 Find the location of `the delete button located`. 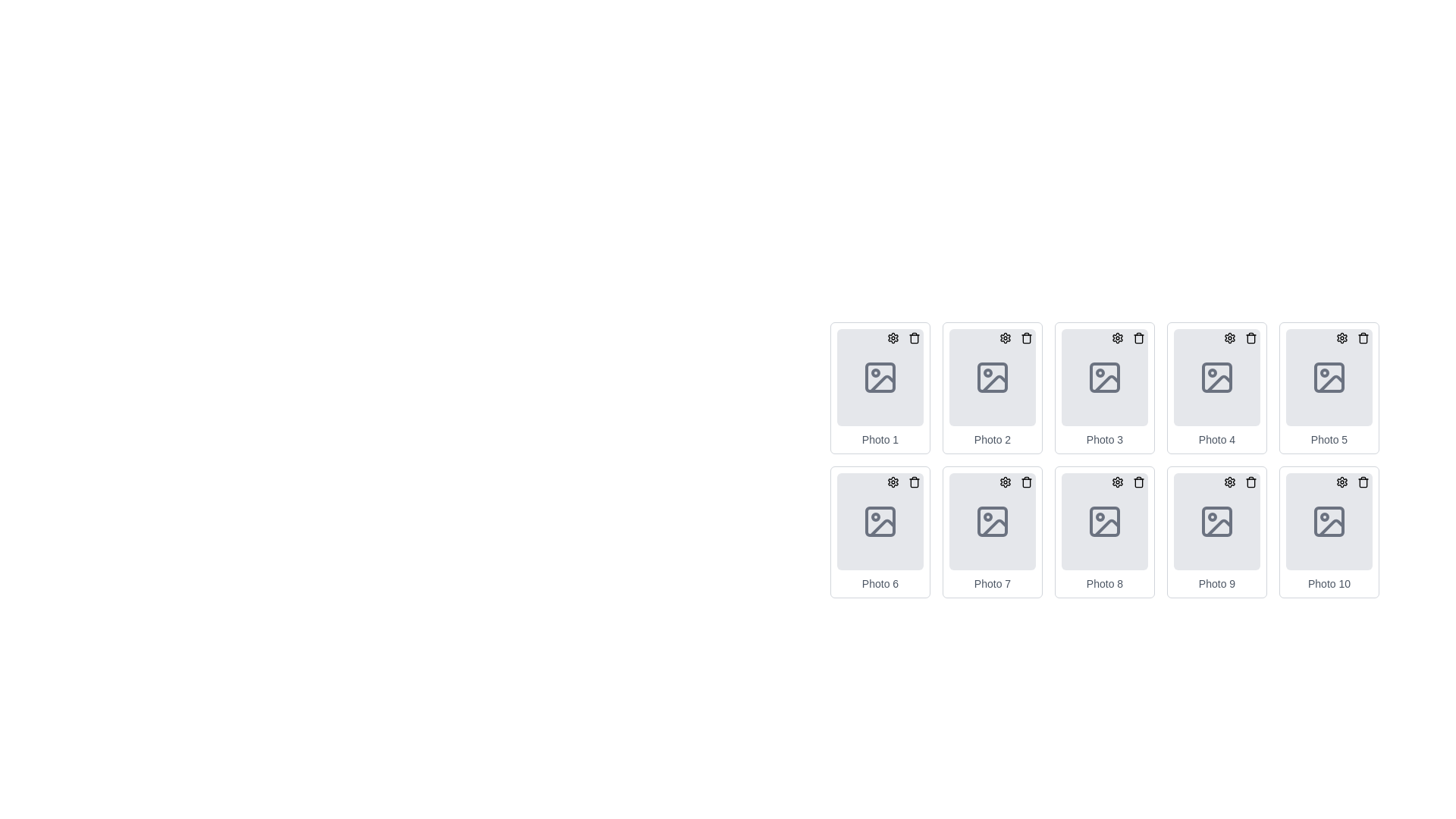

the delete button located is located at coordinates (1139, 337).